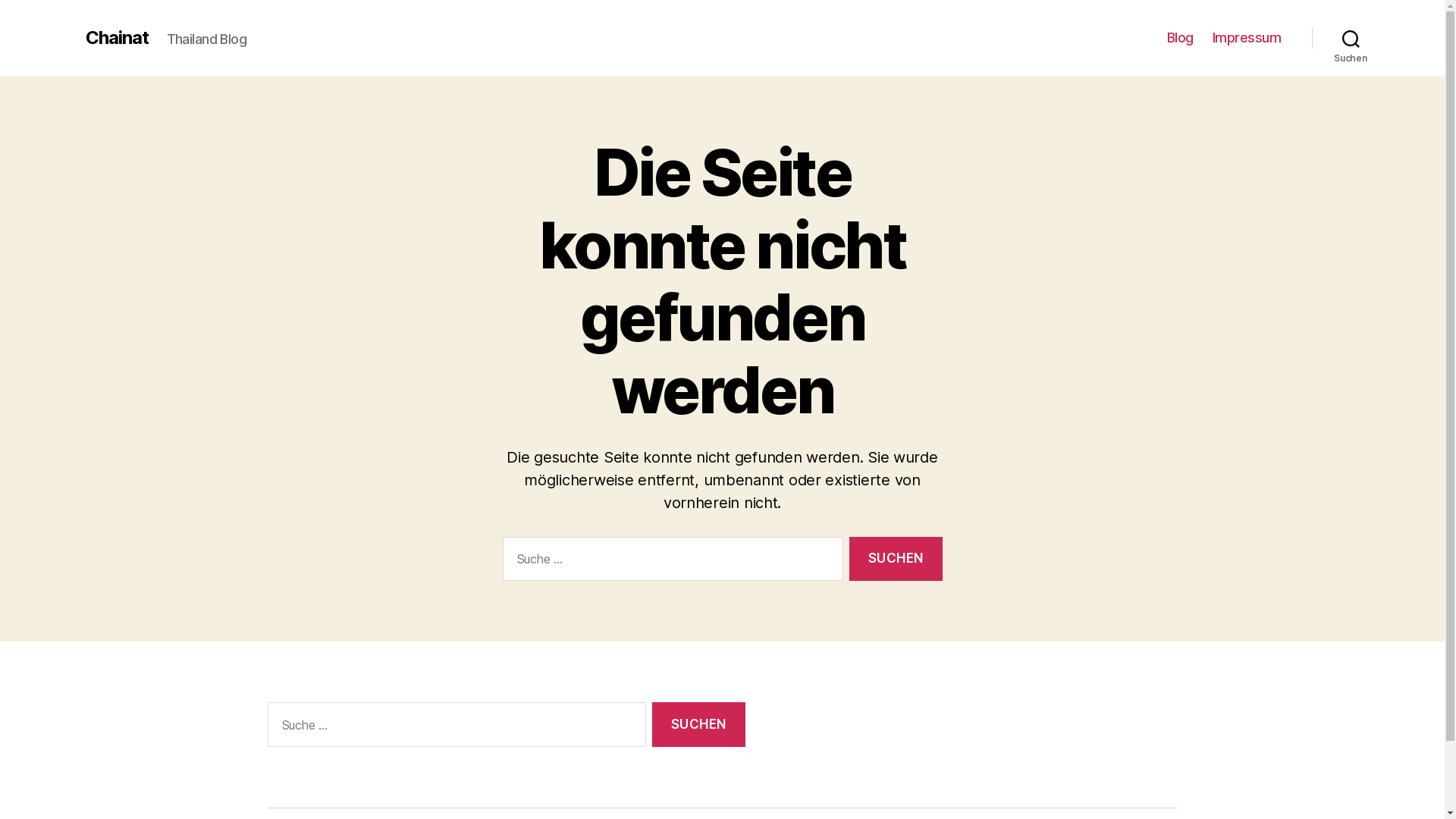 This screenshot has width=1456, height=819. What do you see at coordinates (1351, 37) in the screenshot?
I see `'Suchen'` at bounding box center [1351, 37].